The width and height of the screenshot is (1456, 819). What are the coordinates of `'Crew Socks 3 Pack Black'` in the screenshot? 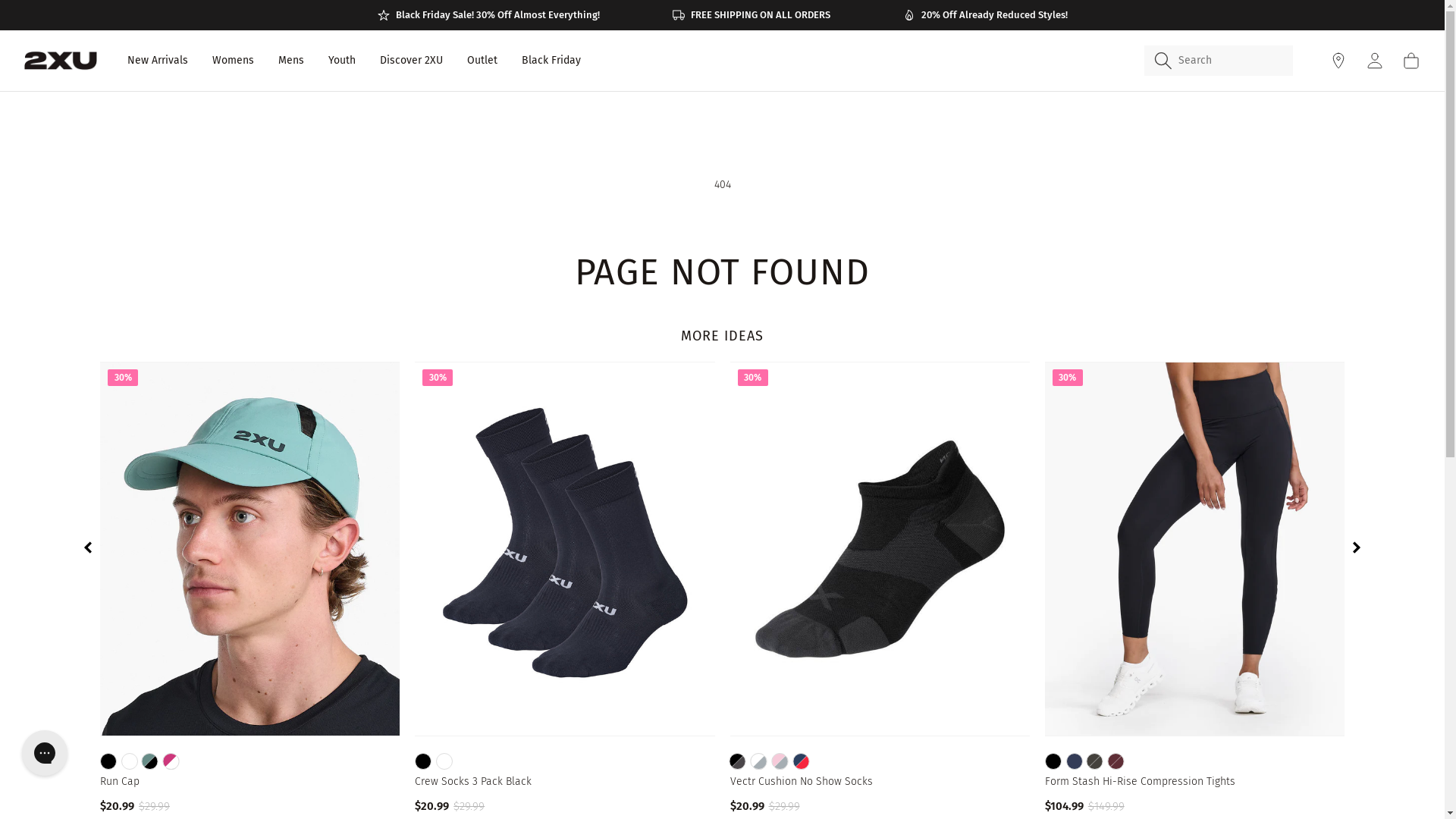 It's located at (563, 781).